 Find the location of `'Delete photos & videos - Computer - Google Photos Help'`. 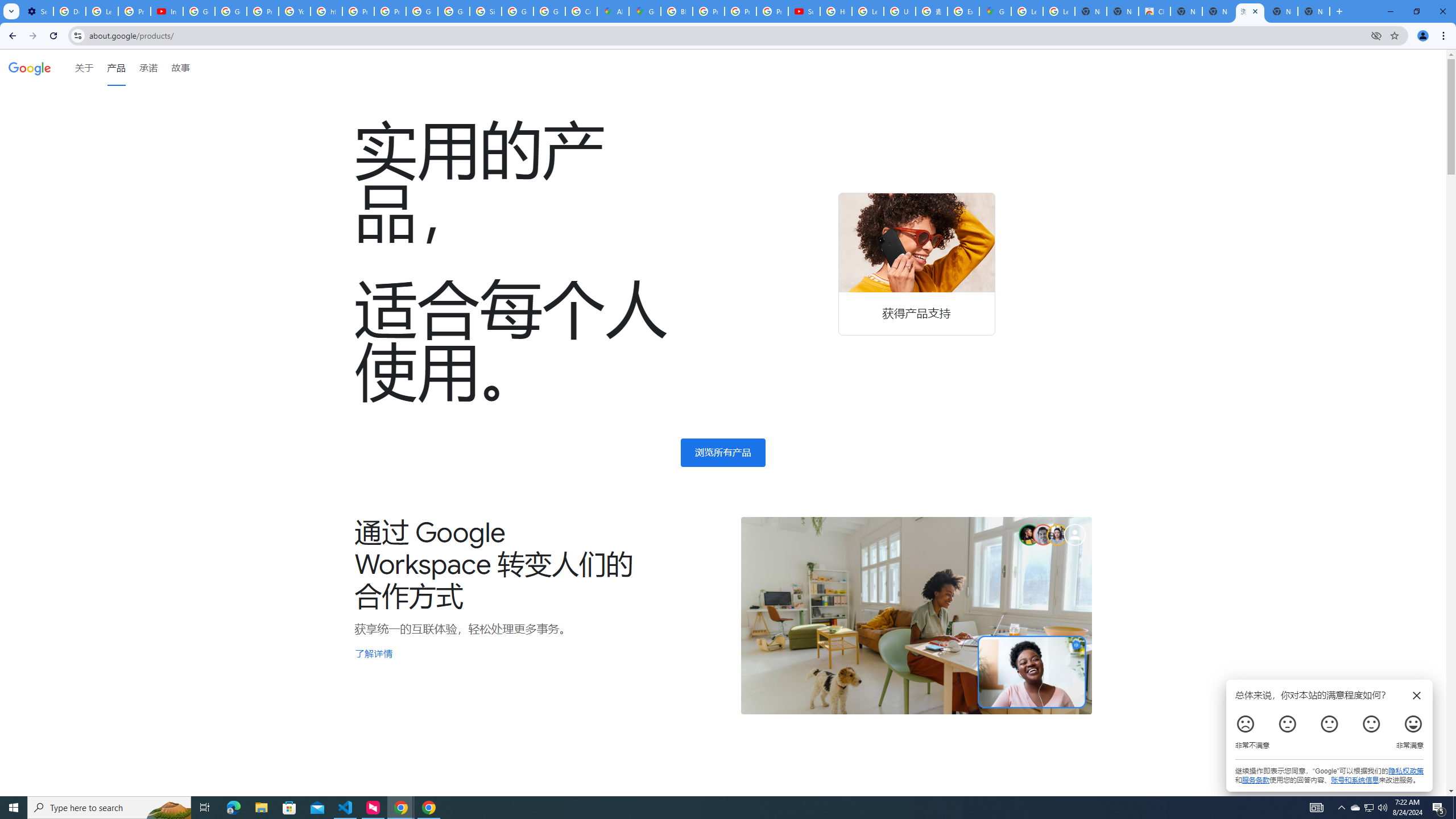

'Delete photos & videos - Computer - Google Photos Help' is located at coordinates (69, 11).